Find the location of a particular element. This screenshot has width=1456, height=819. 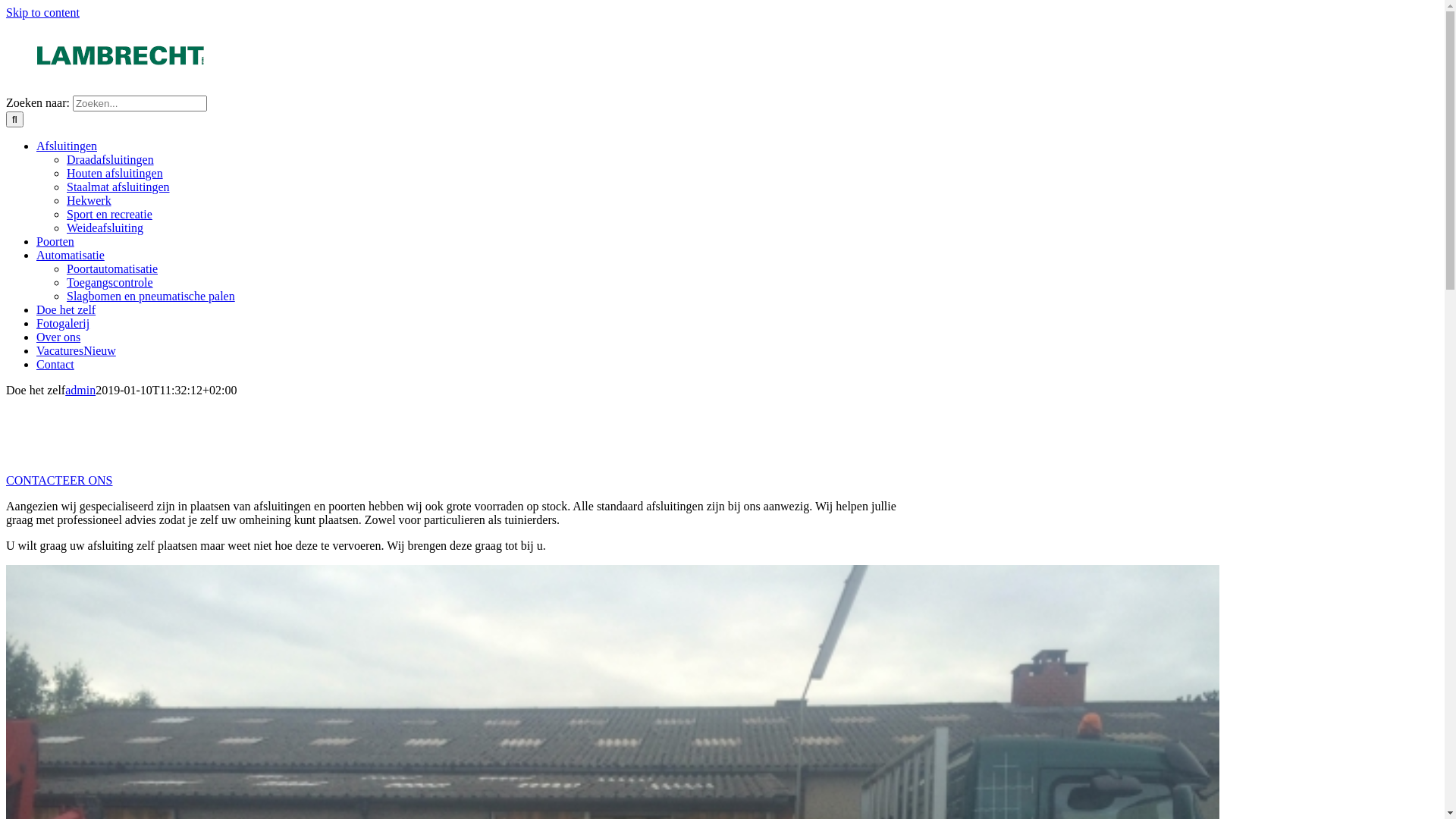

'Poortautomatisatie' is located at coordinates (111, 268).